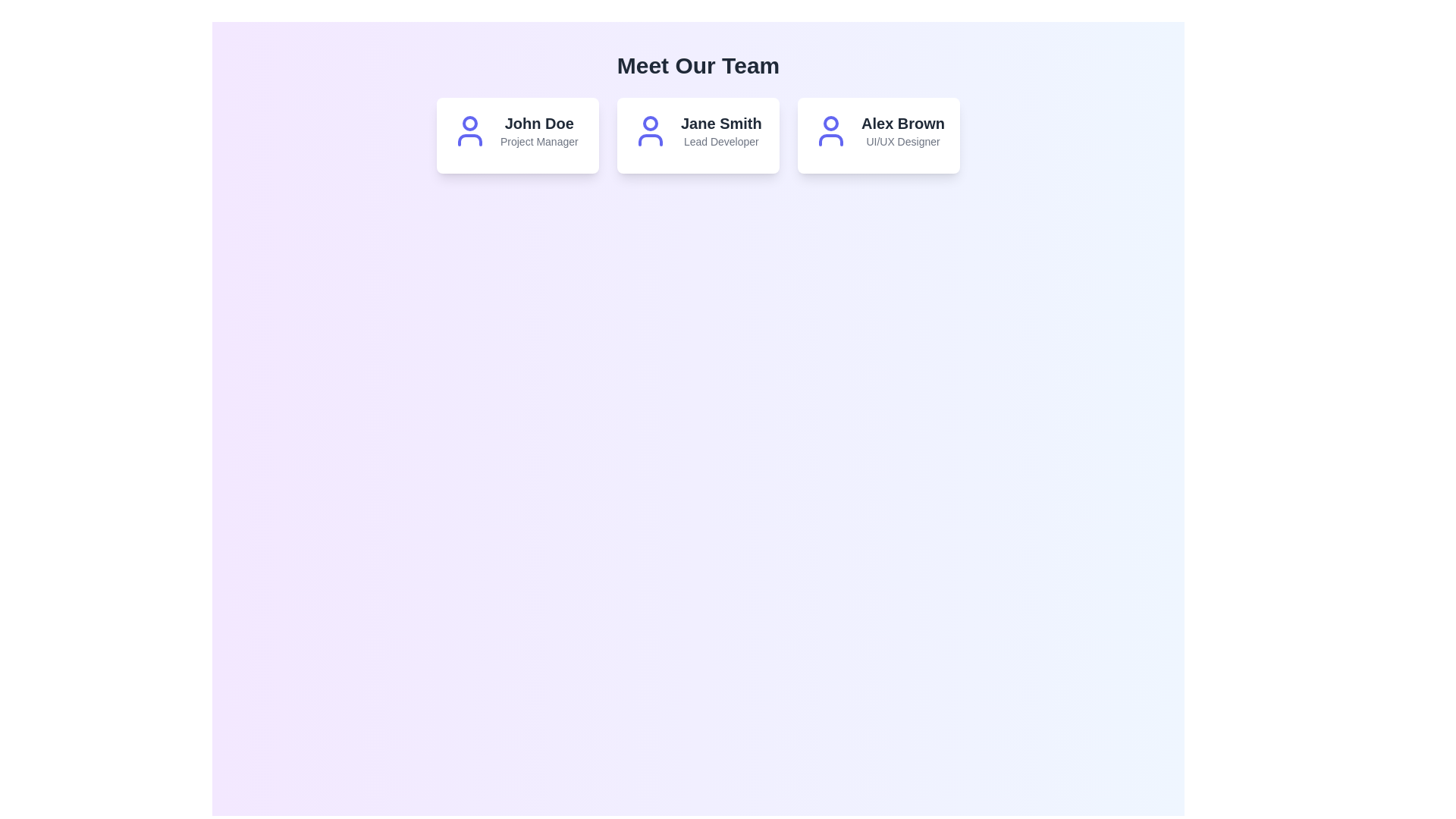 The width and height of the screenshot is (1456, 819). Describe the element at coordinates (902, 141) in the screenshot. I see `the text label indicating the professional position of 'Alex Brown' located below the name in the 'Meet Our Team' section of the rightmost card` at that location.